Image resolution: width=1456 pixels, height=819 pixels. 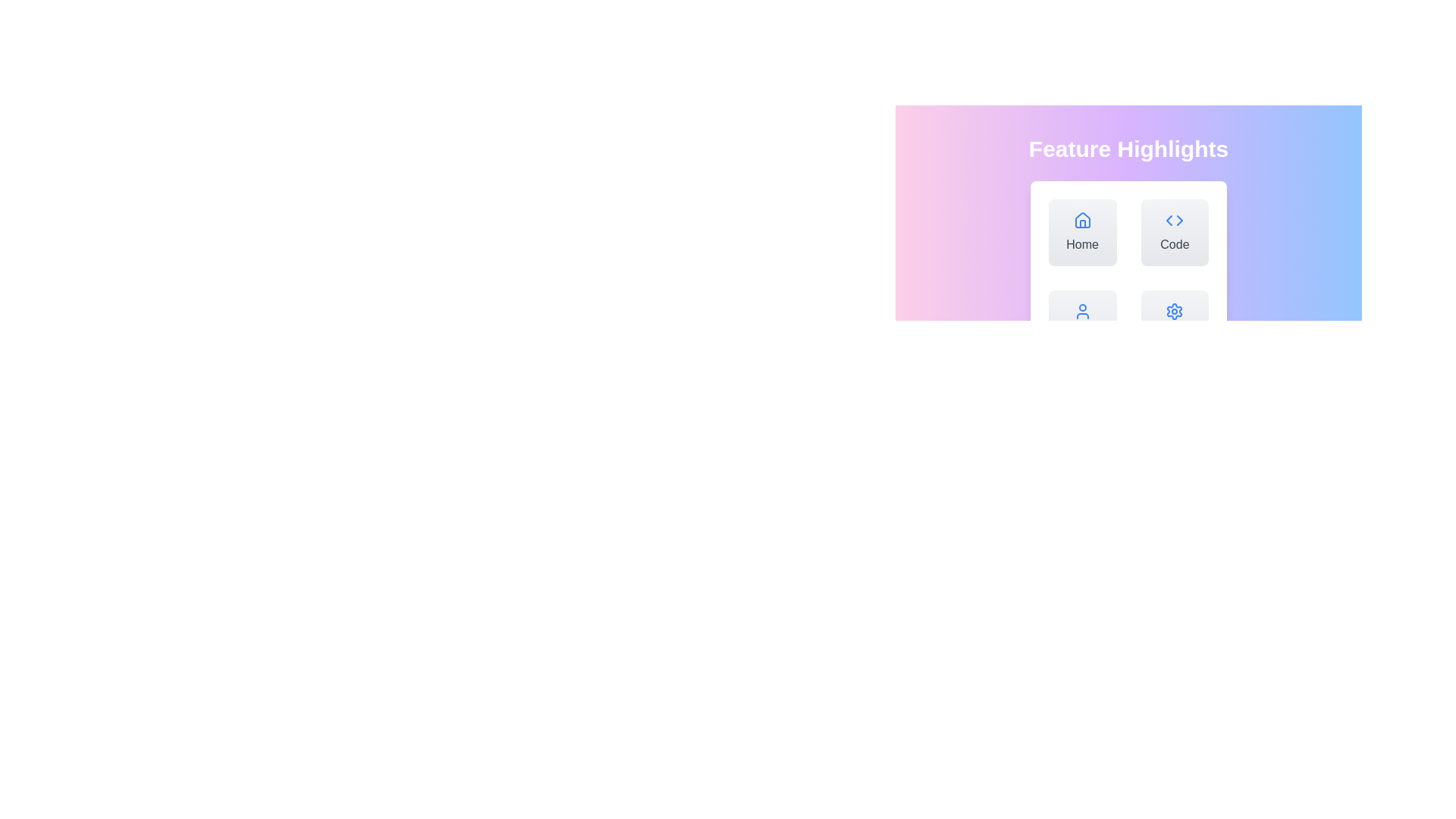 I want to click on the left arrow icon with a blue outline within the 'Code' button located in the top-right quadrant of the interface, so click(x=1169, y=220).